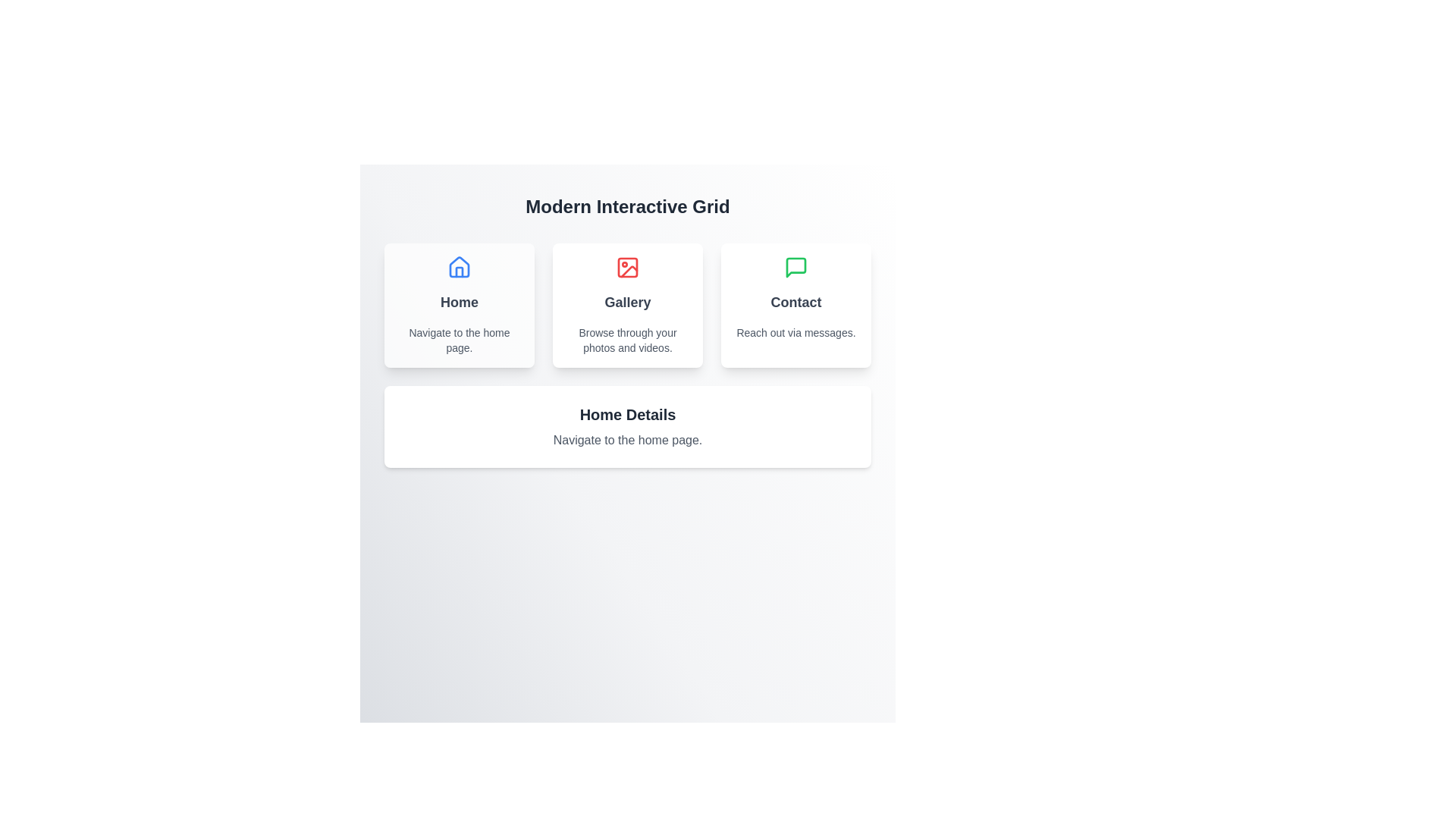  What do you see at coordinates (628, 339) in the screenshot?
I see `the text label that reads 'Browse through your photos and videos' located in the 'Gallery' section of the interface` at bounding box center [628, 339].